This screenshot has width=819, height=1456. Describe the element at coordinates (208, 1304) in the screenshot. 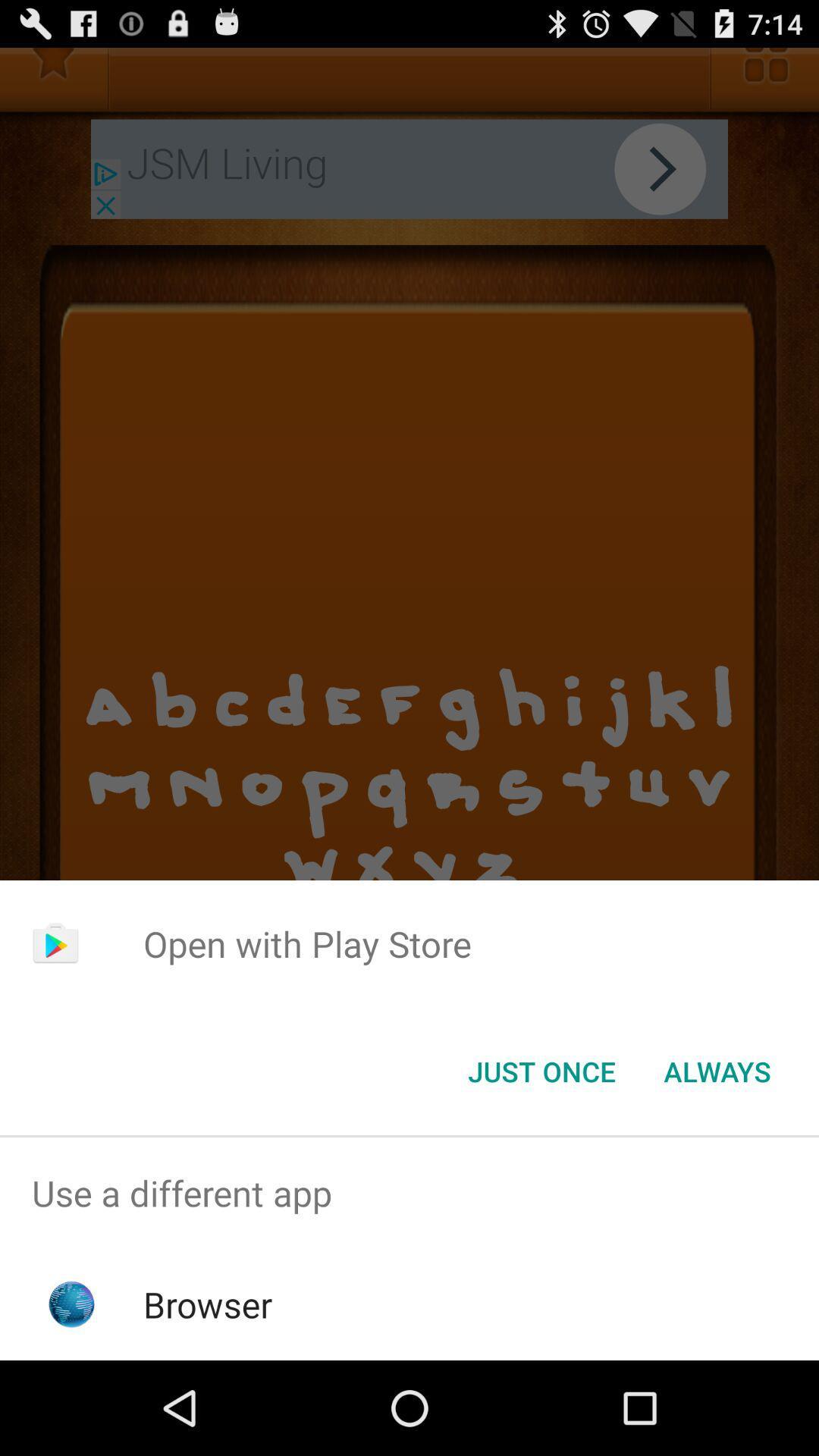

I see `the item below the use a different item` at that location.